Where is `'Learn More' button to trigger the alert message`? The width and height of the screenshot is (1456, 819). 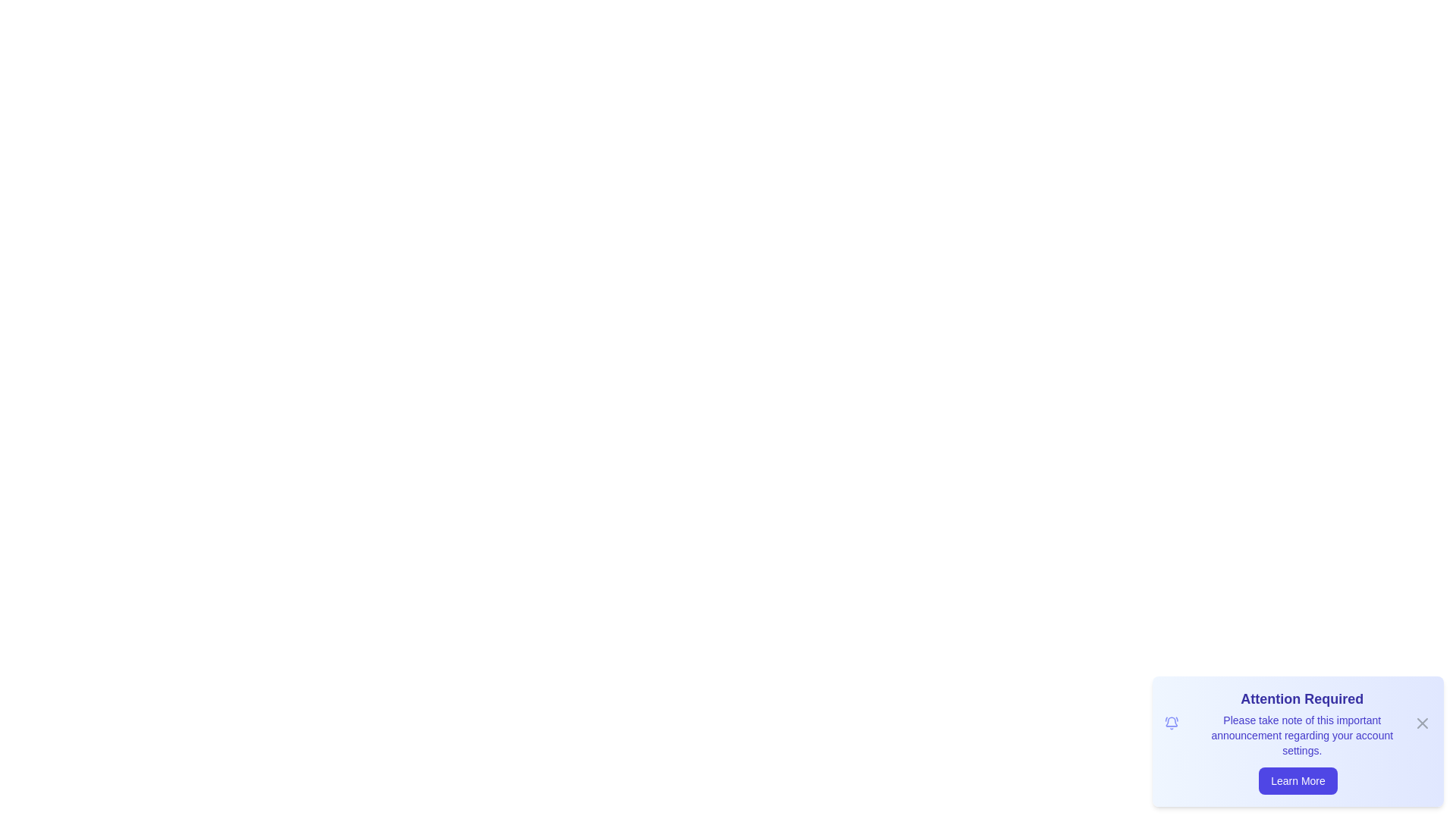
'Learn More' button to trigger the alert message is located at coordinates (1298, 780).